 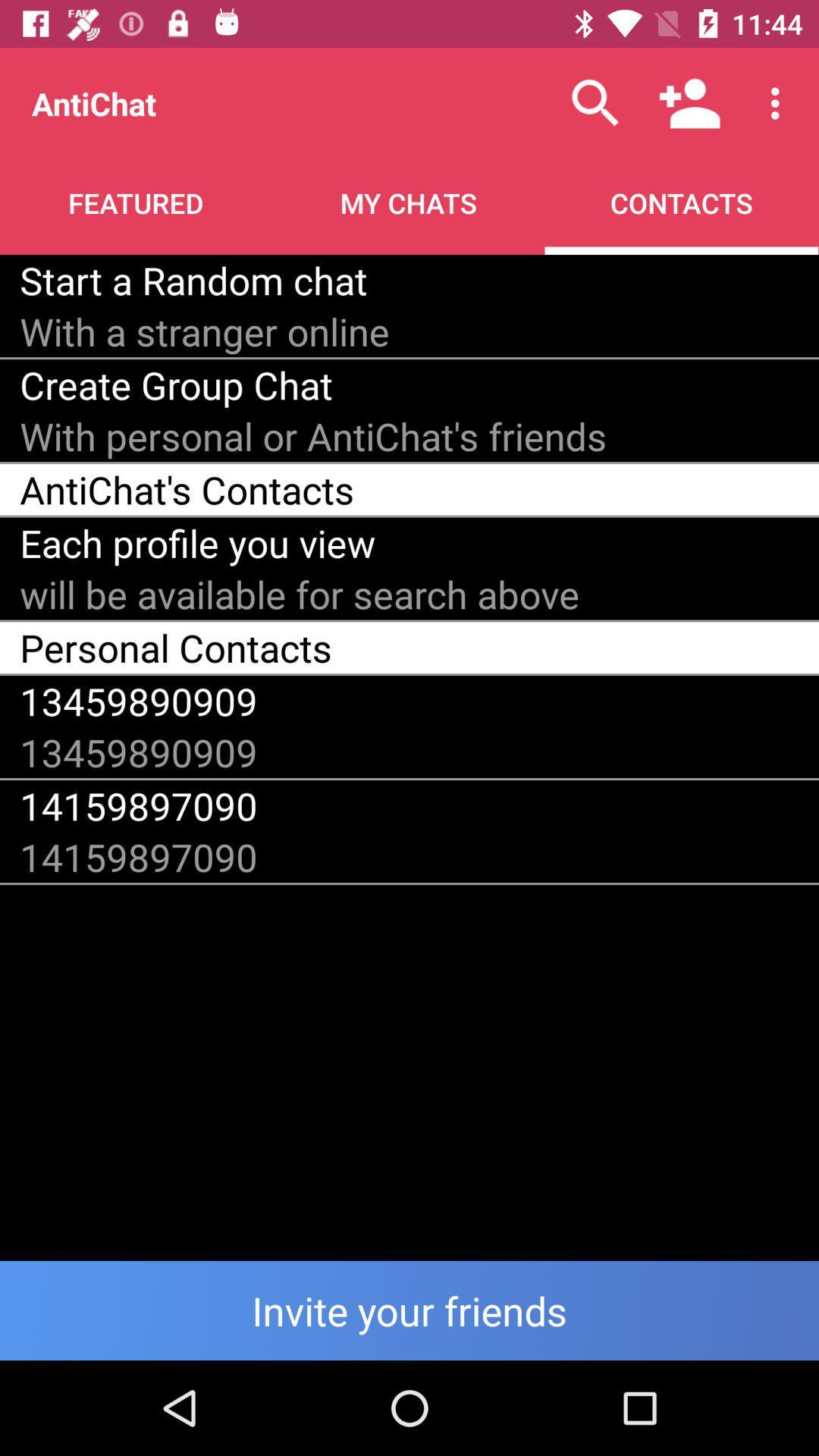 What do you see at coordinates (300, 593) in the screenshot?
I see `will be available at the center` at bounding box center [300, 593].